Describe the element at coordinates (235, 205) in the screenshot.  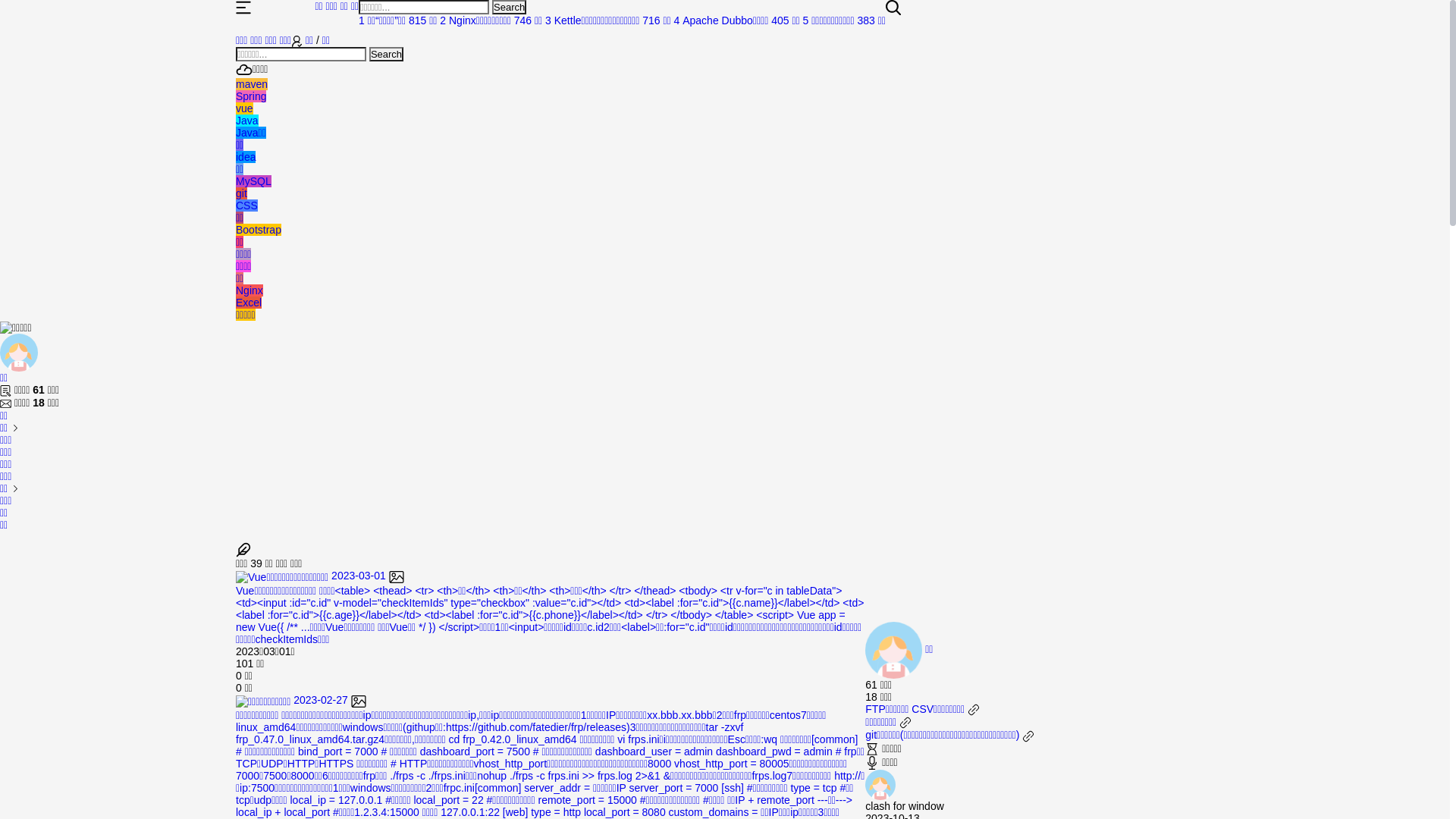
I see `'CSS'` at that location.